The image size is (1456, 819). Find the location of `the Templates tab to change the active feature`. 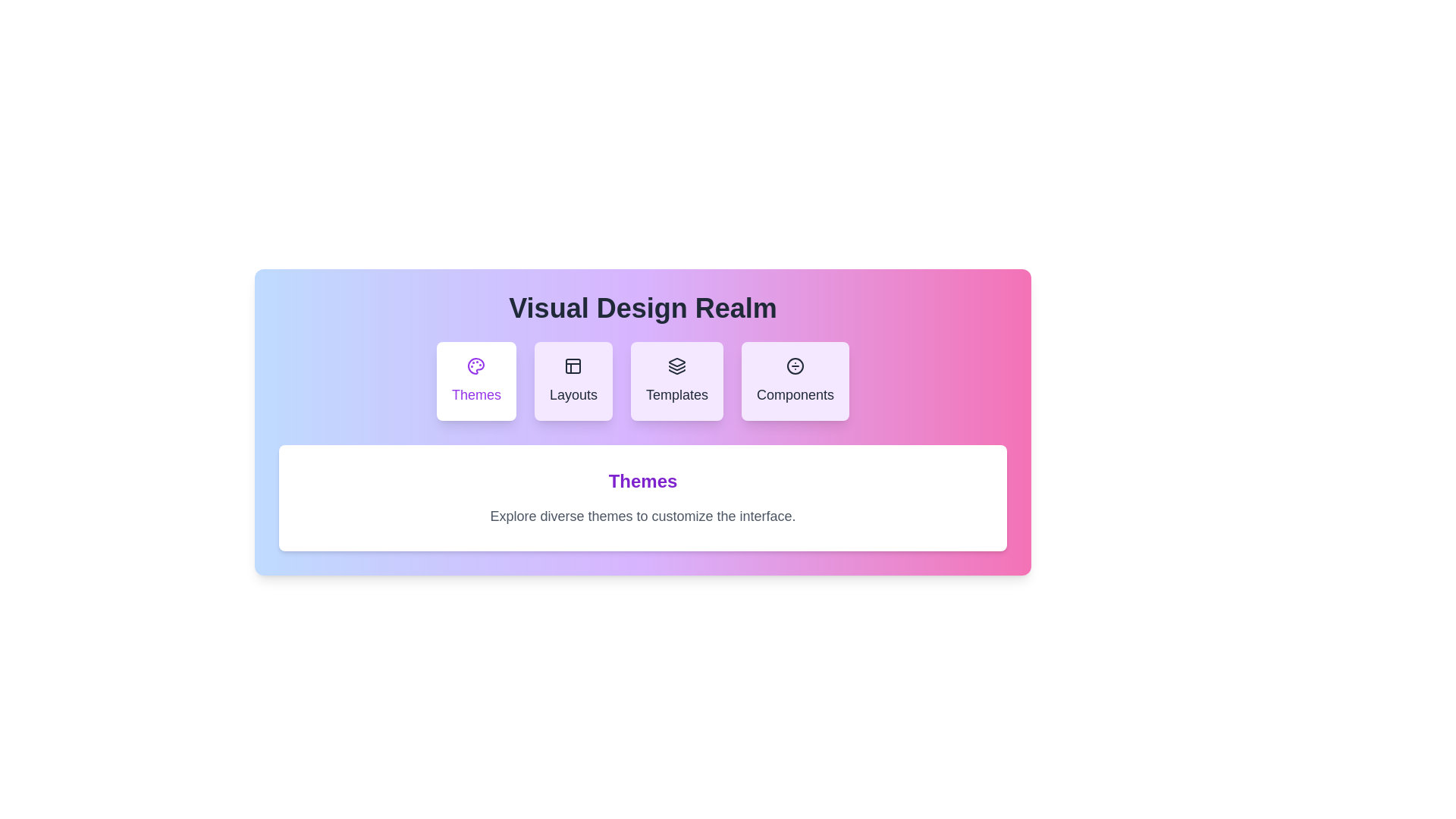

the Templates tab to change the active feature is located at coordinates (676, 380).